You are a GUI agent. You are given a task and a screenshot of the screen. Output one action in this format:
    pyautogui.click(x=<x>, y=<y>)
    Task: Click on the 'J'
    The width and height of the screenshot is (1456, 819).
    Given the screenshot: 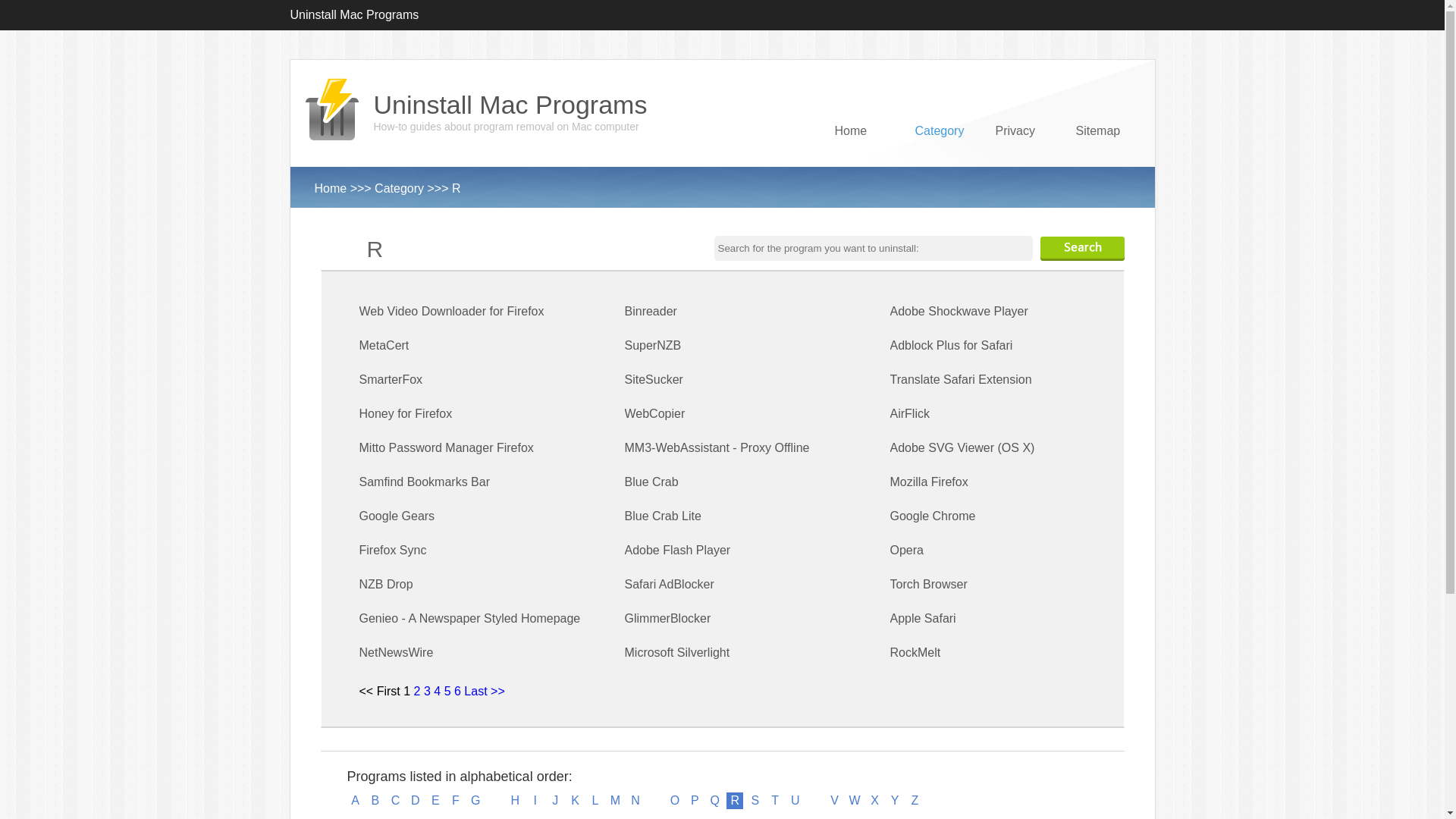 What is the action you would take?
    pyautogui.click(x=546, y=800)
    